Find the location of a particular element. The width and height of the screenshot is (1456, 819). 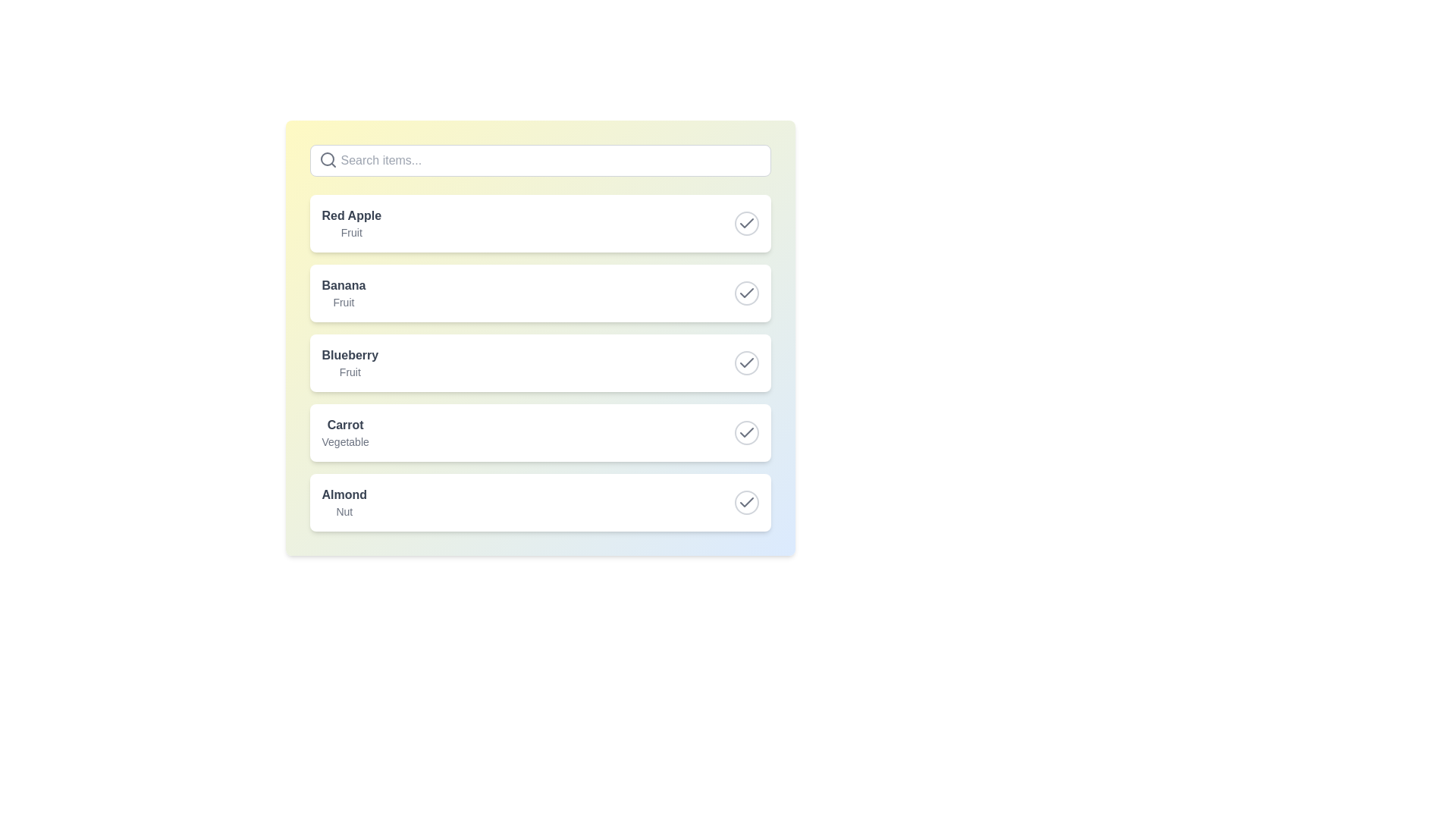

the checkmark icon indicating the selected state for the 'Banana' list item to provide visual feedback is located at coordinates (746, 293).